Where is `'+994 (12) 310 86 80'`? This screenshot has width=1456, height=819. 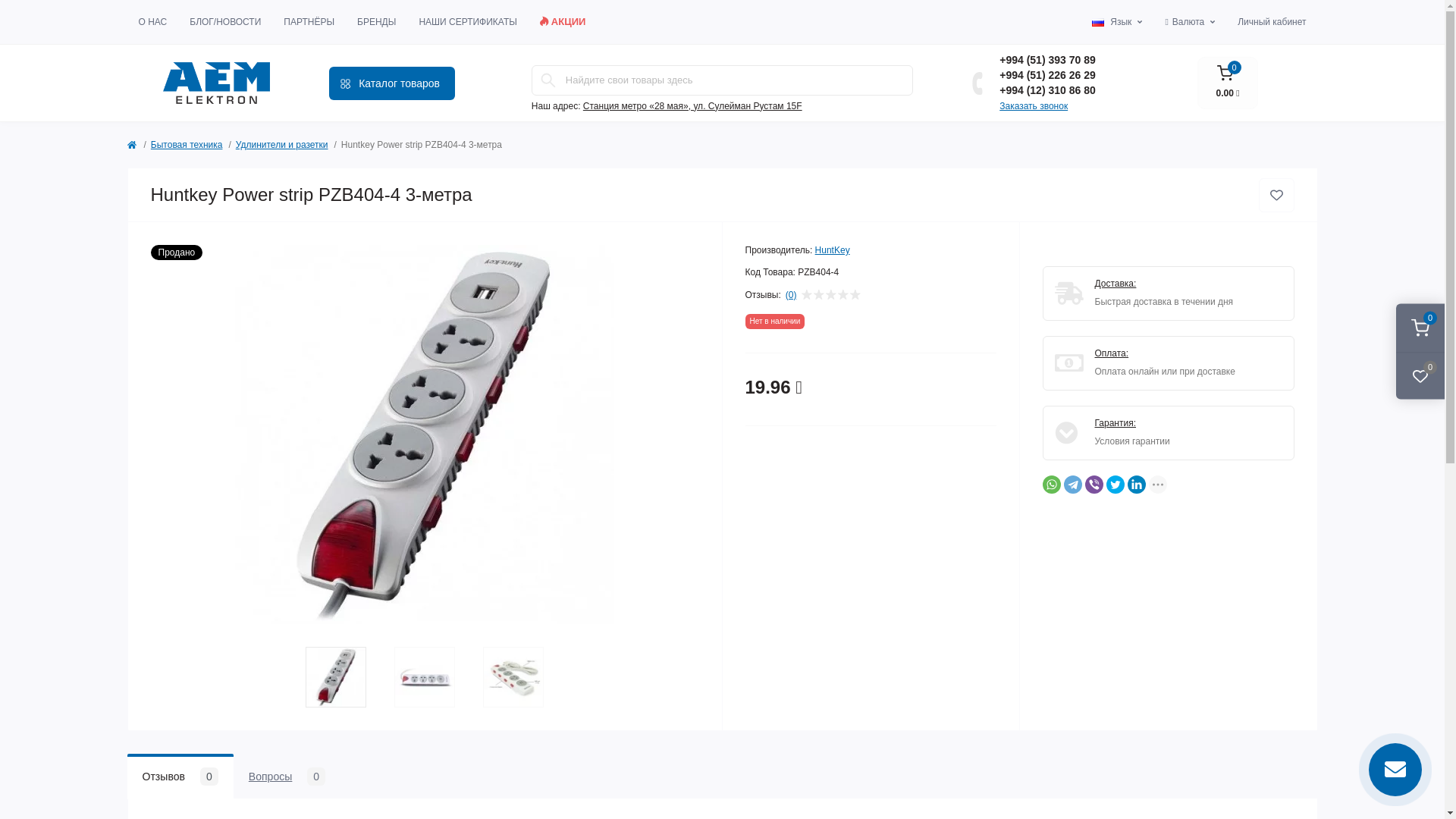
'+994 (12) 310 86 80' is located at coordinates (1046, 90).